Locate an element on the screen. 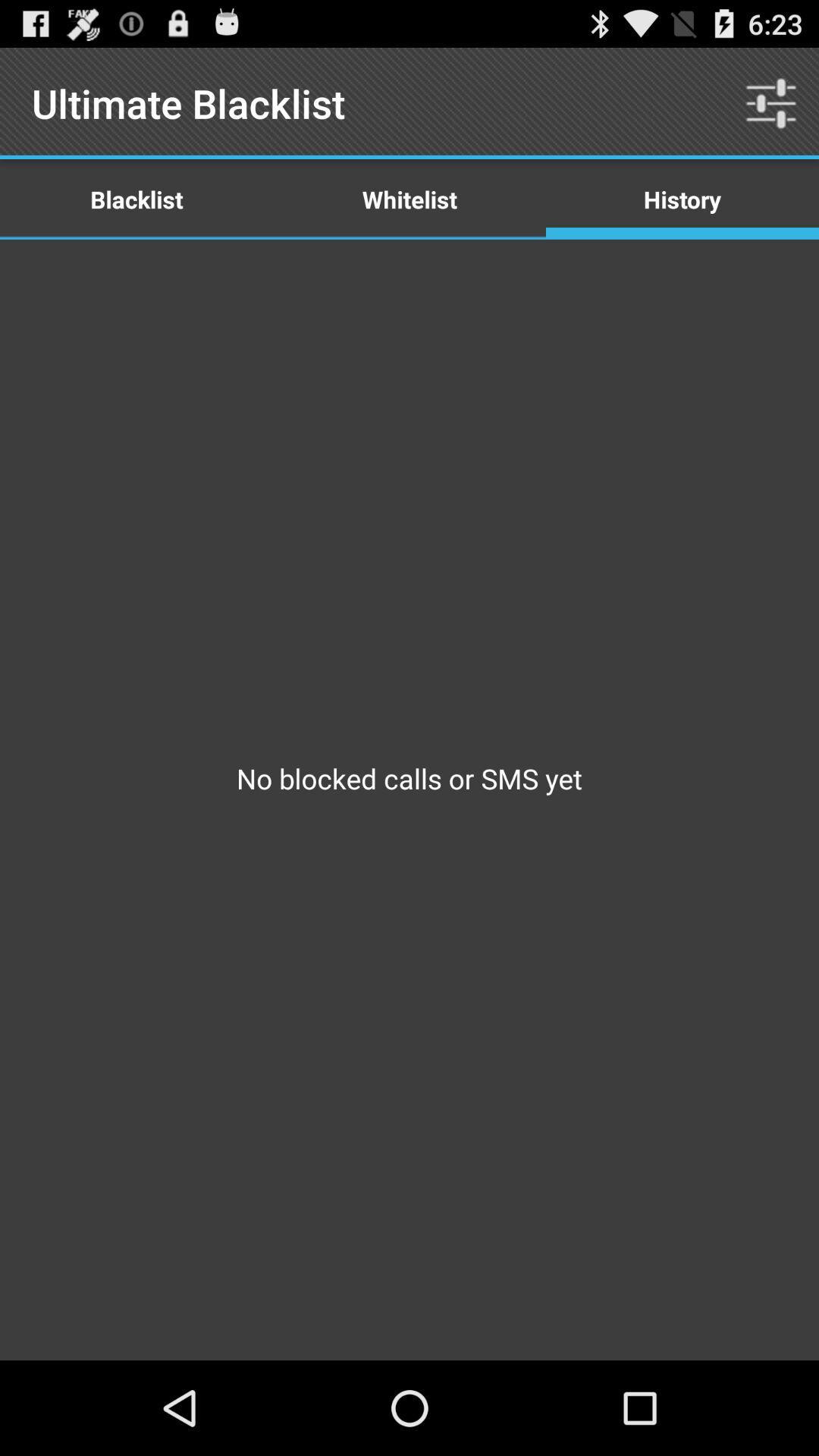 This screenshot has height=1456, width=819. the item to the right of the whitelist icon is located at coordinates (771, 102).